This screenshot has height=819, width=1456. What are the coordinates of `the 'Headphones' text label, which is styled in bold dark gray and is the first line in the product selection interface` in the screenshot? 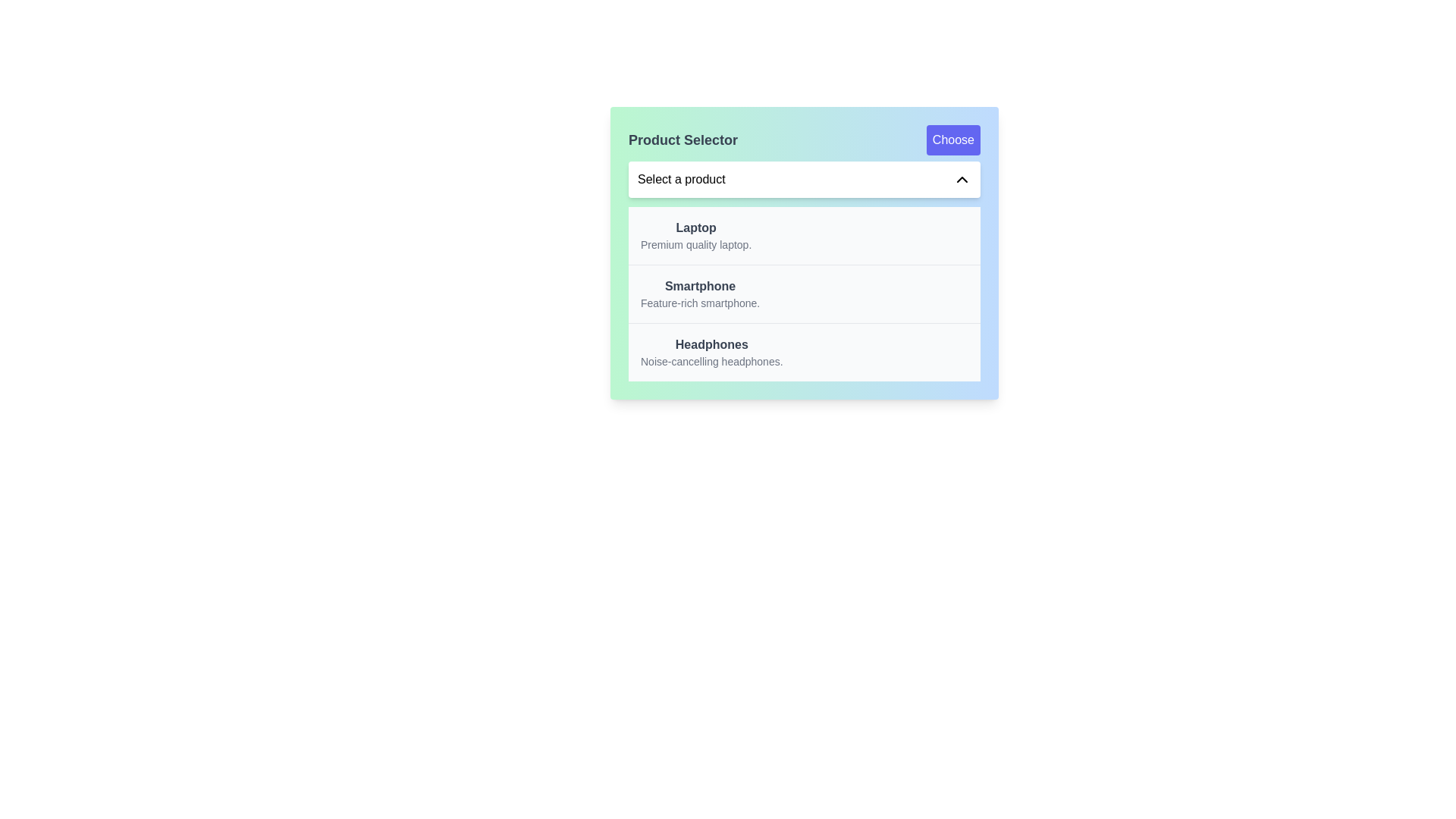 It's located at (711, 345).